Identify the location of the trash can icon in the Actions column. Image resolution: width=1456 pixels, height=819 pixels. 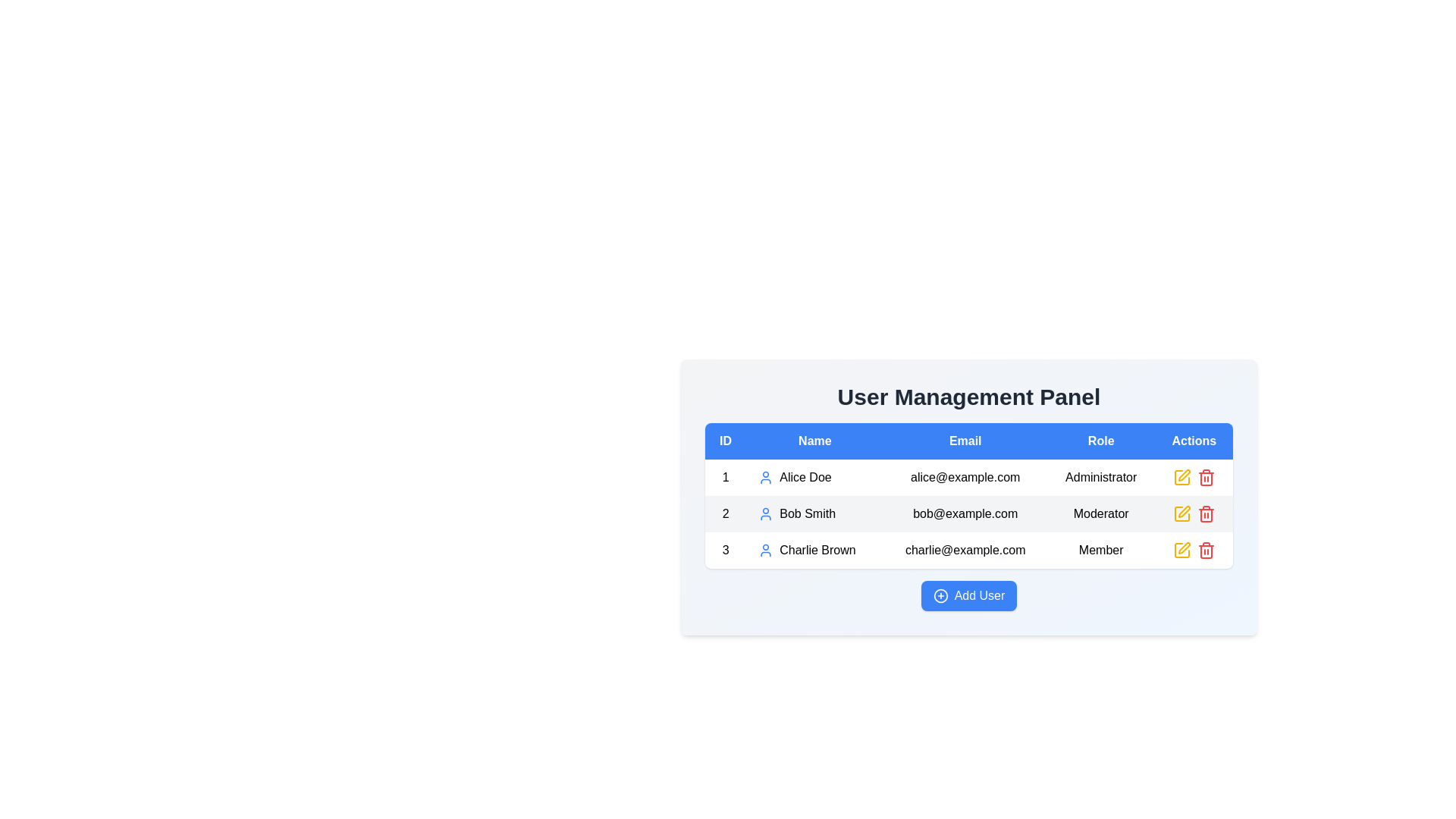
(1193, 513).